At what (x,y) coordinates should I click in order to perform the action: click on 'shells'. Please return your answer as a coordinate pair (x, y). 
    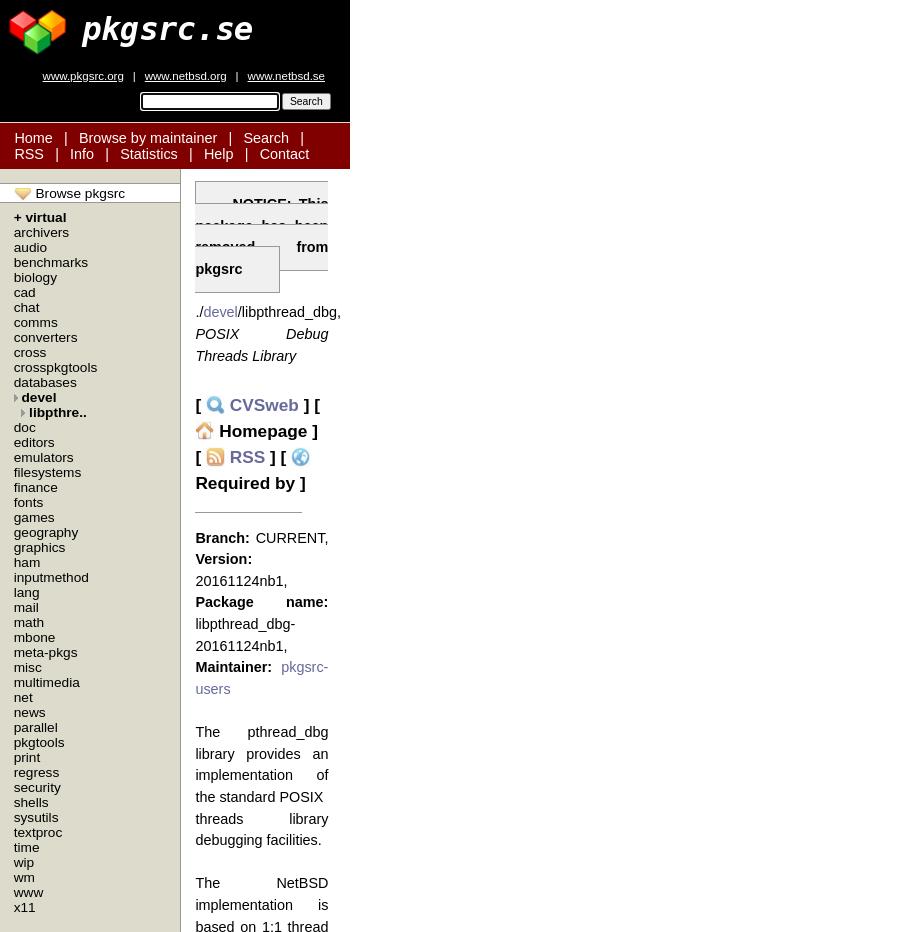
    Looking at the image, I should click on (29, 802).